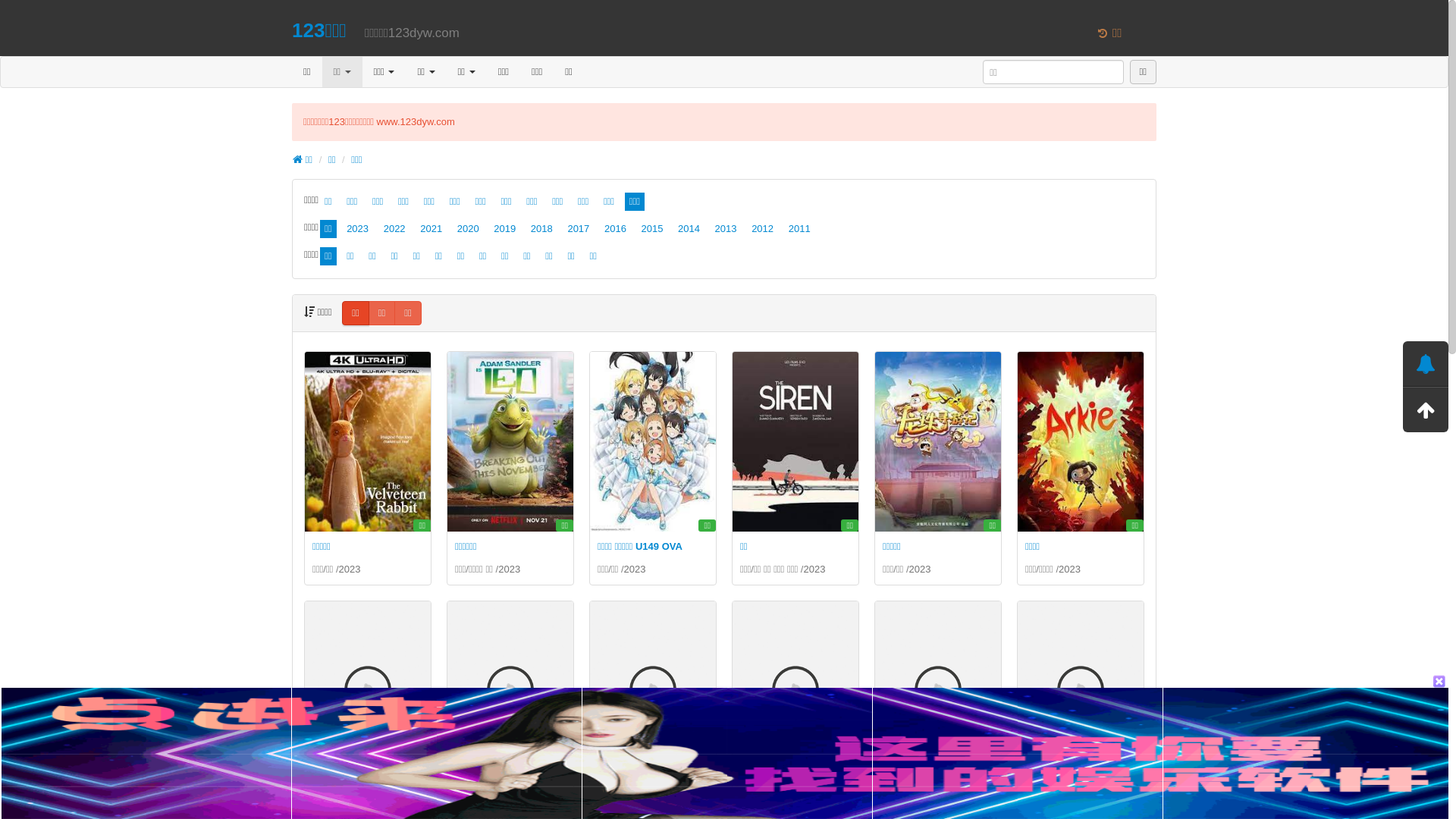 This screenshot has height=819, width=1456. Describe the element at coordinates (430, 228) in the screenshot. I see `'2021'` at that location.